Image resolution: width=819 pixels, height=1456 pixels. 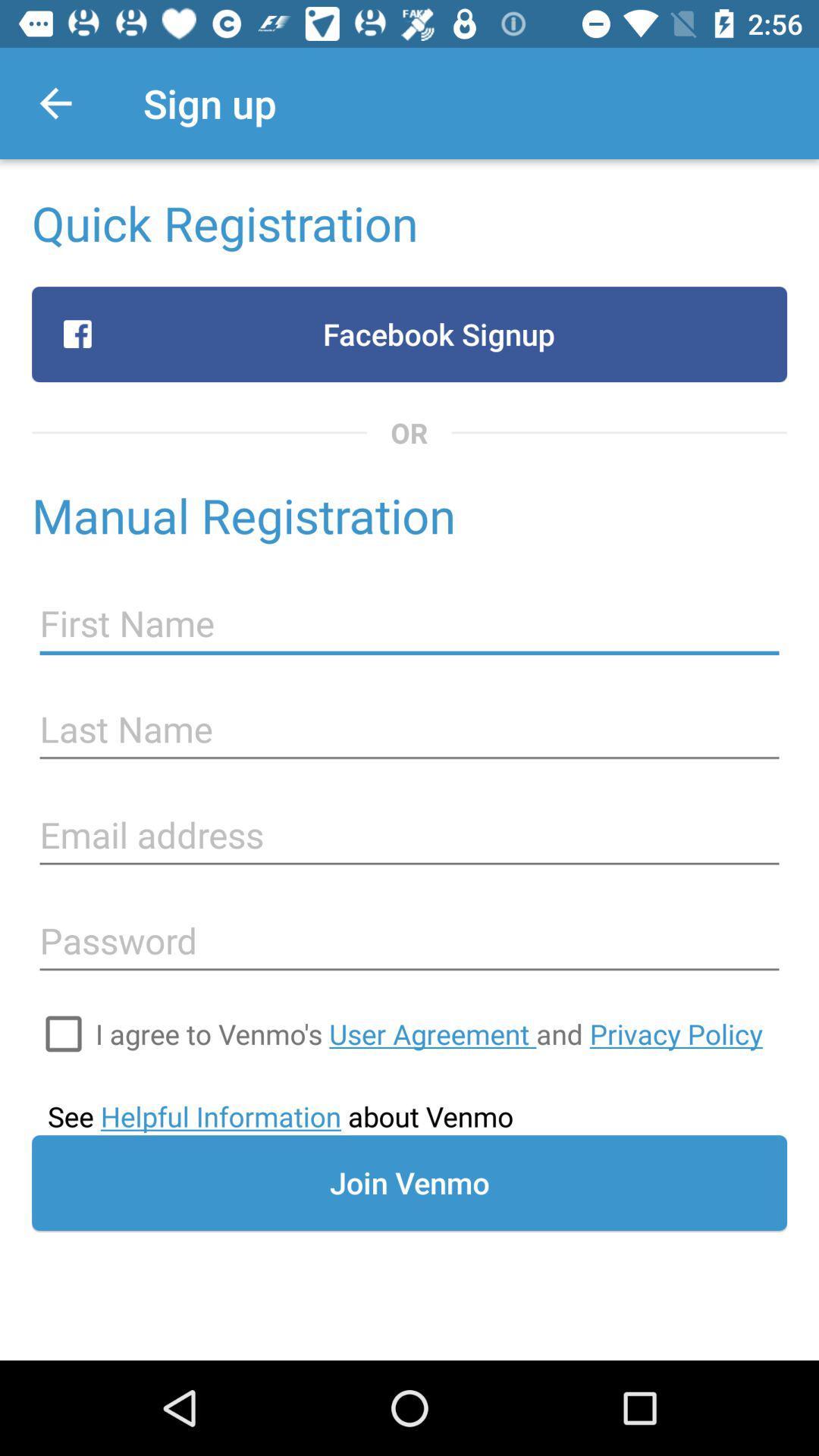 What do you see at coordinates (409, 835) in the screenshot?
I see `the field below last name` at bounding box center [409, 835].